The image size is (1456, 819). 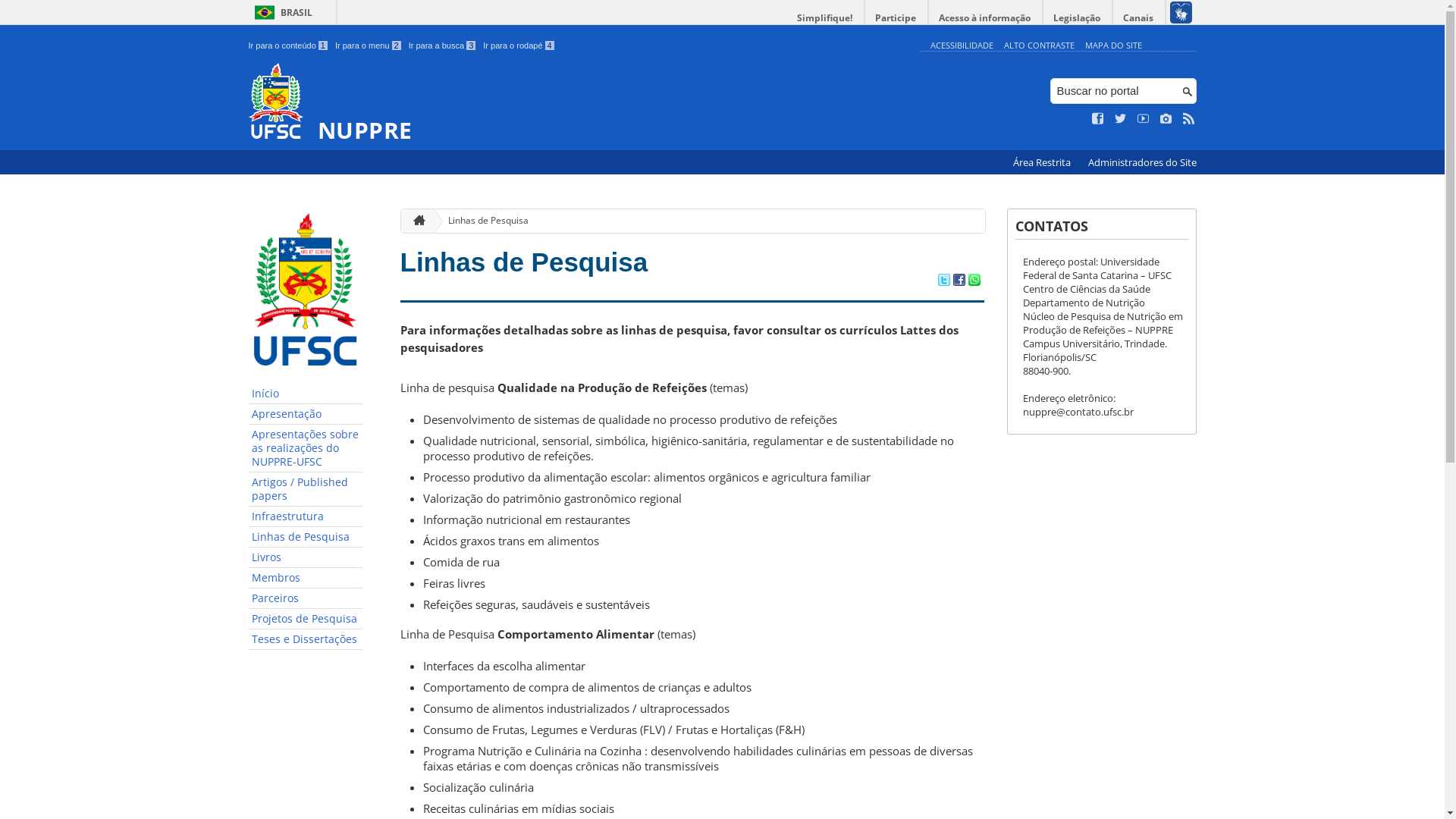 What do you see at coordinates (960, 44) in the screenshot?
I see `'ACESSIBILIDADE'` at bounding box center [960, 44].